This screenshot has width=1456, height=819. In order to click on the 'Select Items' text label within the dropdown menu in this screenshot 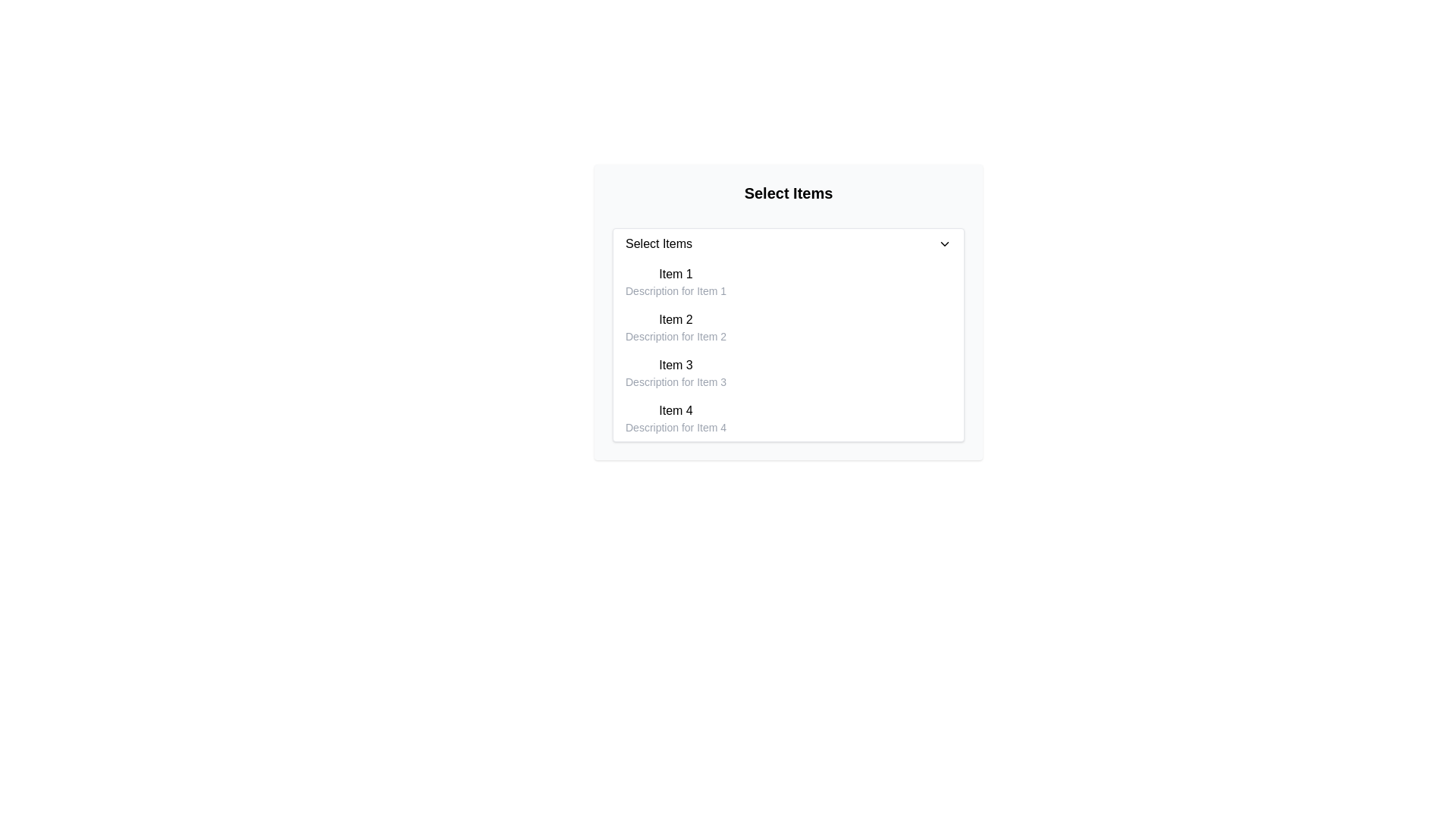, I will do `click(658, 243)`.